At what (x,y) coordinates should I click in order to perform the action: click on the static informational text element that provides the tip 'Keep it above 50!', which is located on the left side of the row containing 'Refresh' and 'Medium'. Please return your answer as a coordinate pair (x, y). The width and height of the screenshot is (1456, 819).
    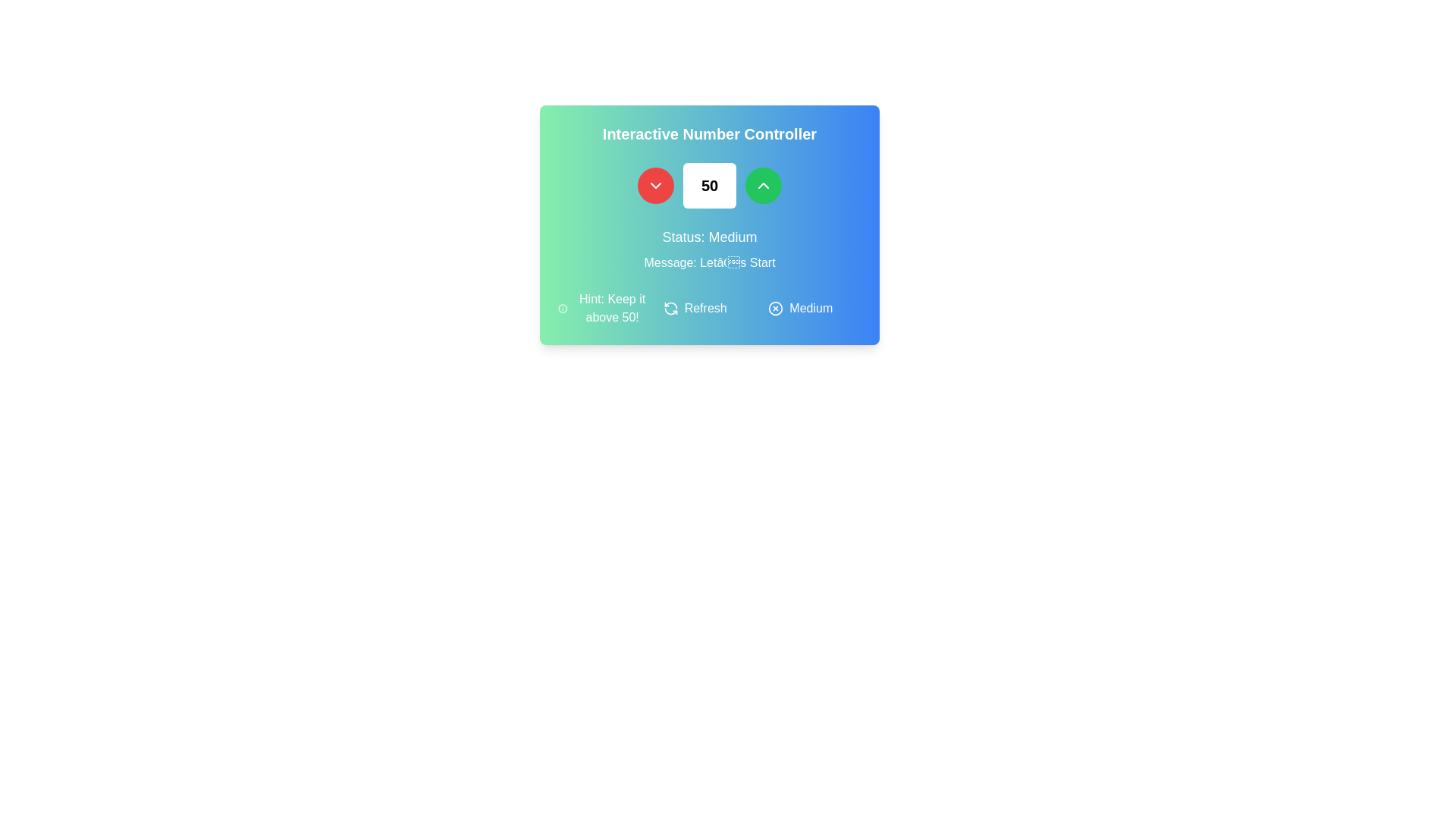
    Looking at the image, I should click on (604, 308).